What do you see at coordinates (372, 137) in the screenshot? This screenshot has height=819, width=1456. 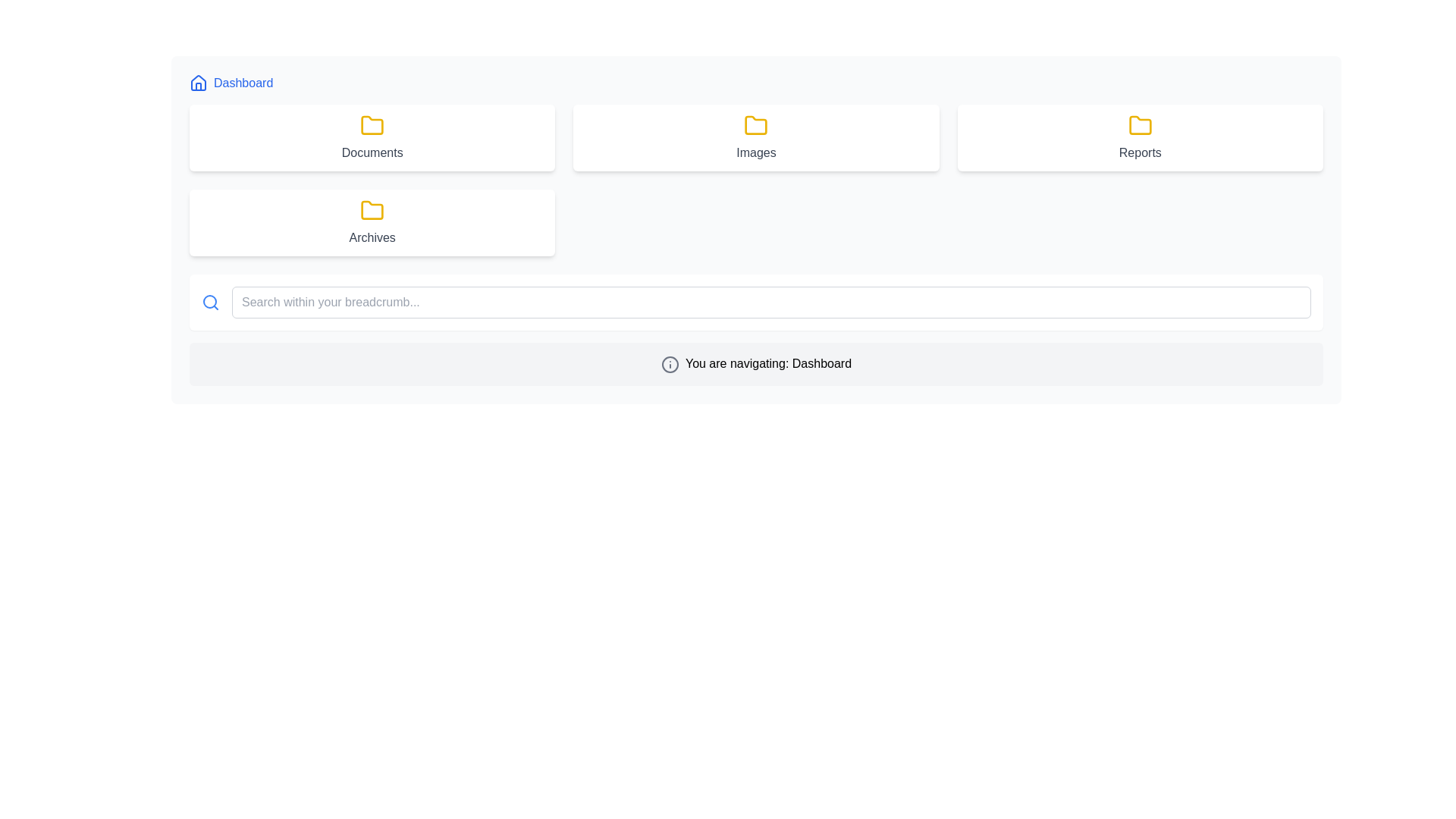 I see `the 'Documents' button, which is a rectangular card with a white background, rounded corners, and a yellow folder icon at the top` at bounding box center [372, 137].